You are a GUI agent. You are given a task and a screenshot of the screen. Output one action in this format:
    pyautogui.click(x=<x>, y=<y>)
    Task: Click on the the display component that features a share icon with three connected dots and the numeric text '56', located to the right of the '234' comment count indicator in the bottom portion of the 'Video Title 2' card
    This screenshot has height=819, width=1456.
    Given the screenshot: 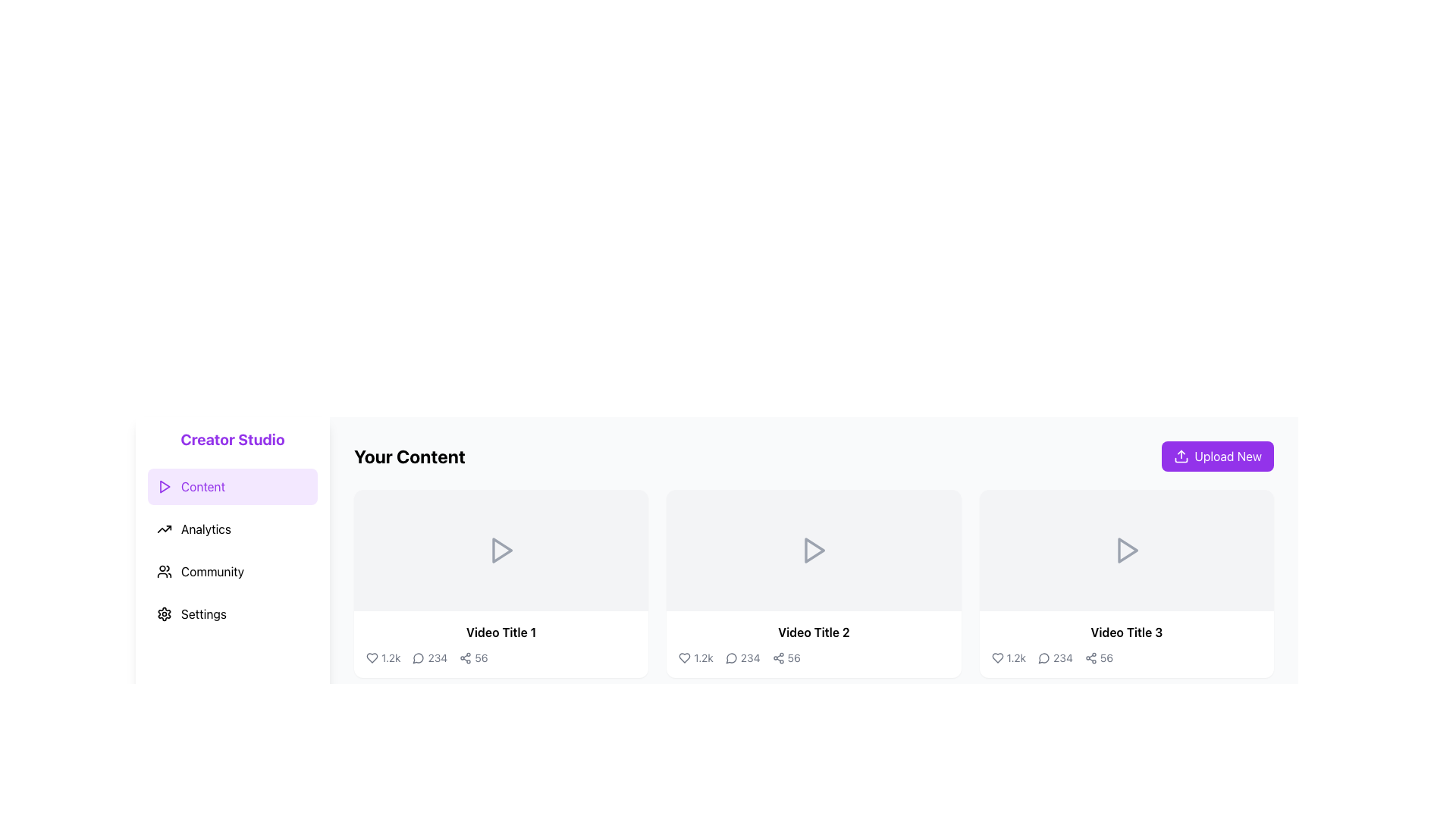 What is the action you would take?
    pyautogui.click(x=786, y=657)
    